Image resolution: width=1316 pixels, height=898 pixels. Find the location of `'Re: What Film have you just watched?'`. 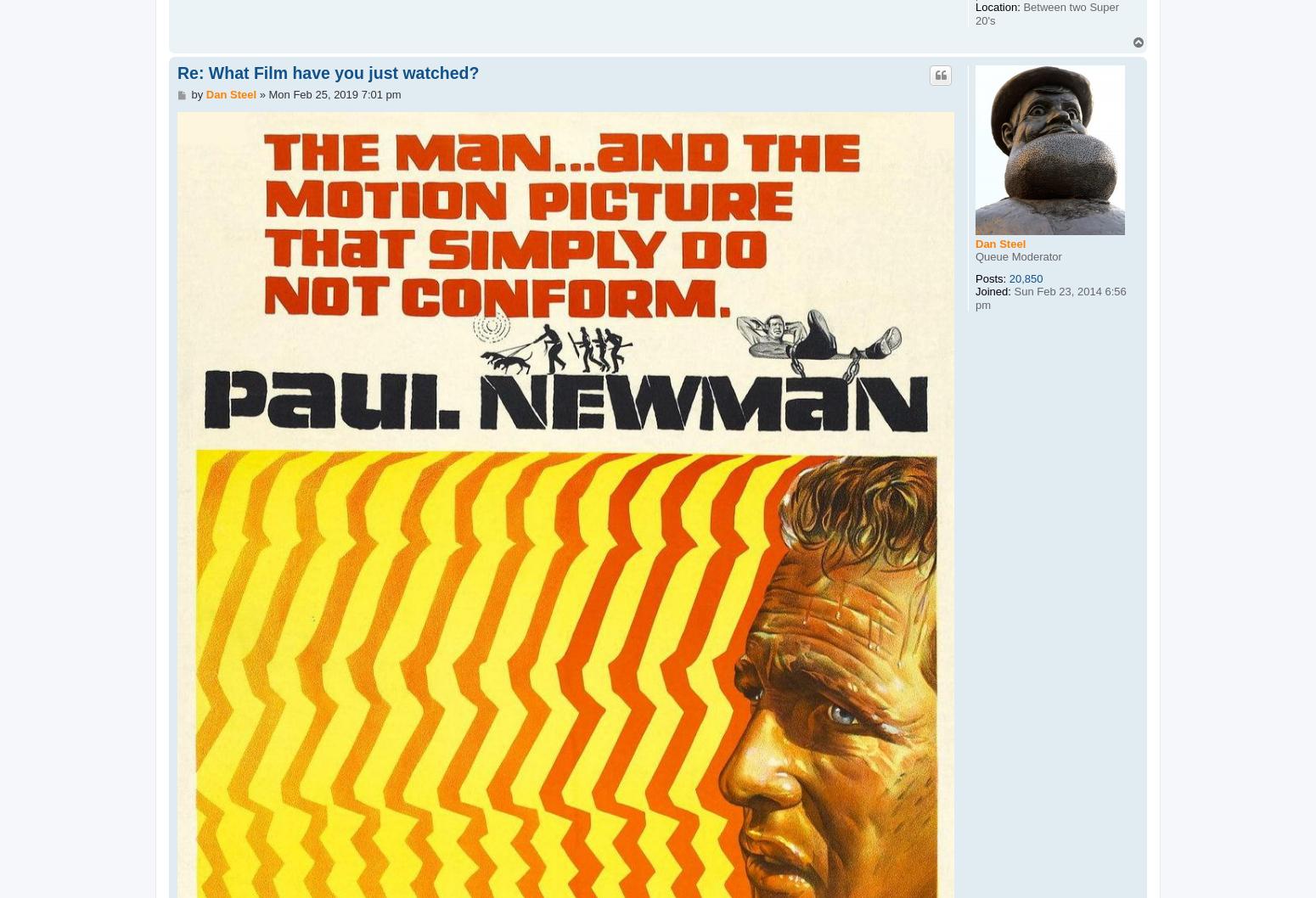

'Re: What Film have you just watched?' is located at coordinates (327, 71).